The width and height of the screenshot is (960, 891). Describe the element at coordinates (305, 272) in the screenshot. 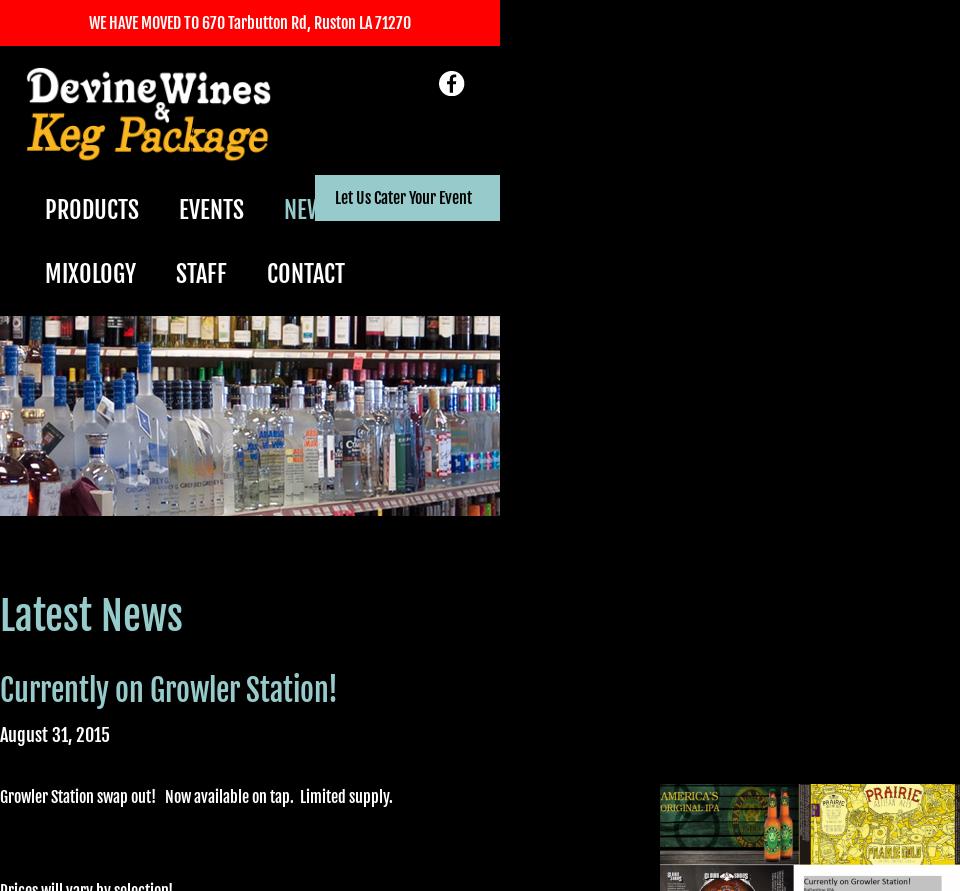

I see `'CONTACT'` at that location.